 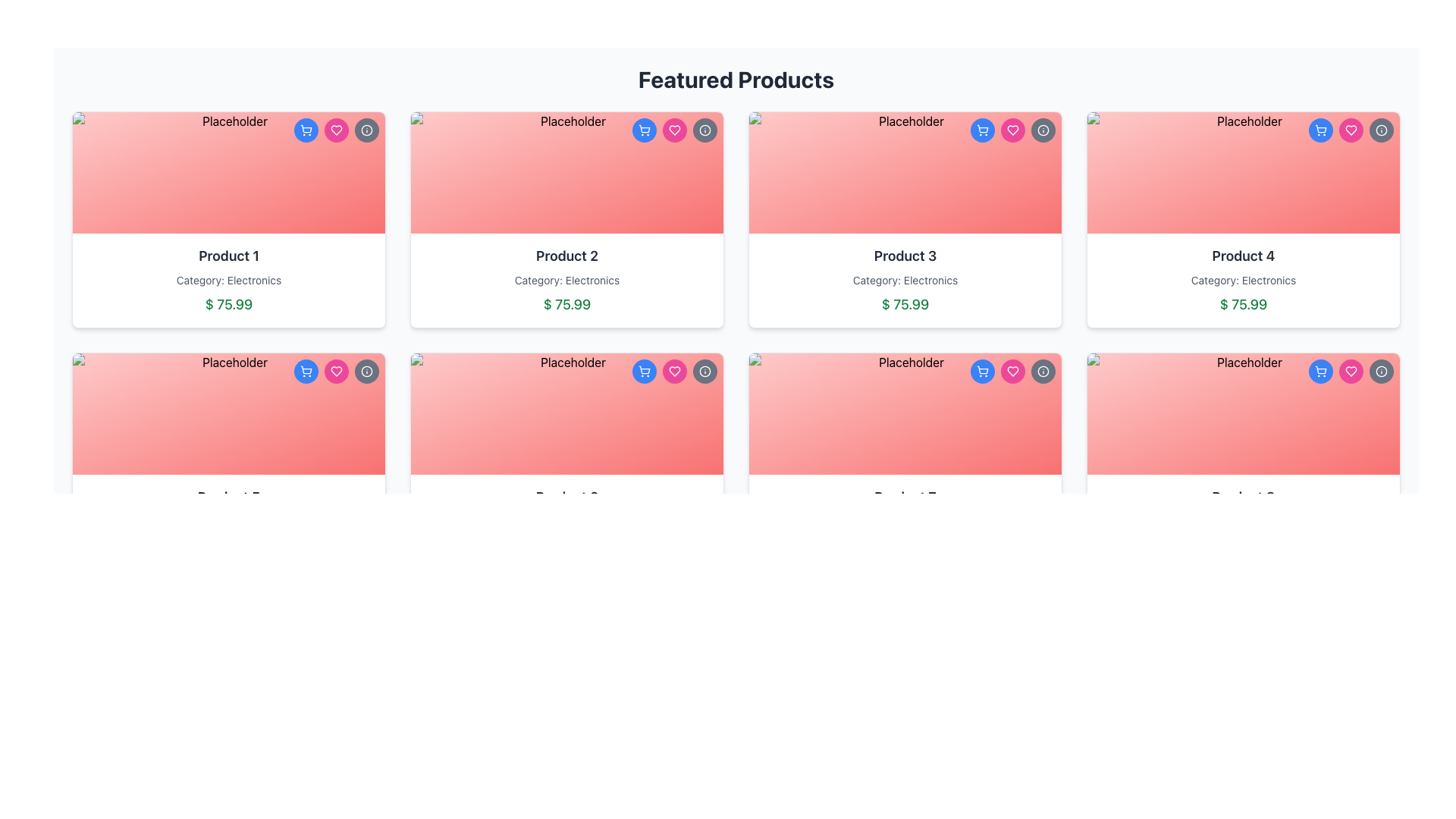 What do you see at coordinates (1320, 371) in the screenshot?
I see `the circular blue button with a white shopping cart icon located at the top-right corner of the product card for 'Product 4'` at bounding box center [1320, 371].